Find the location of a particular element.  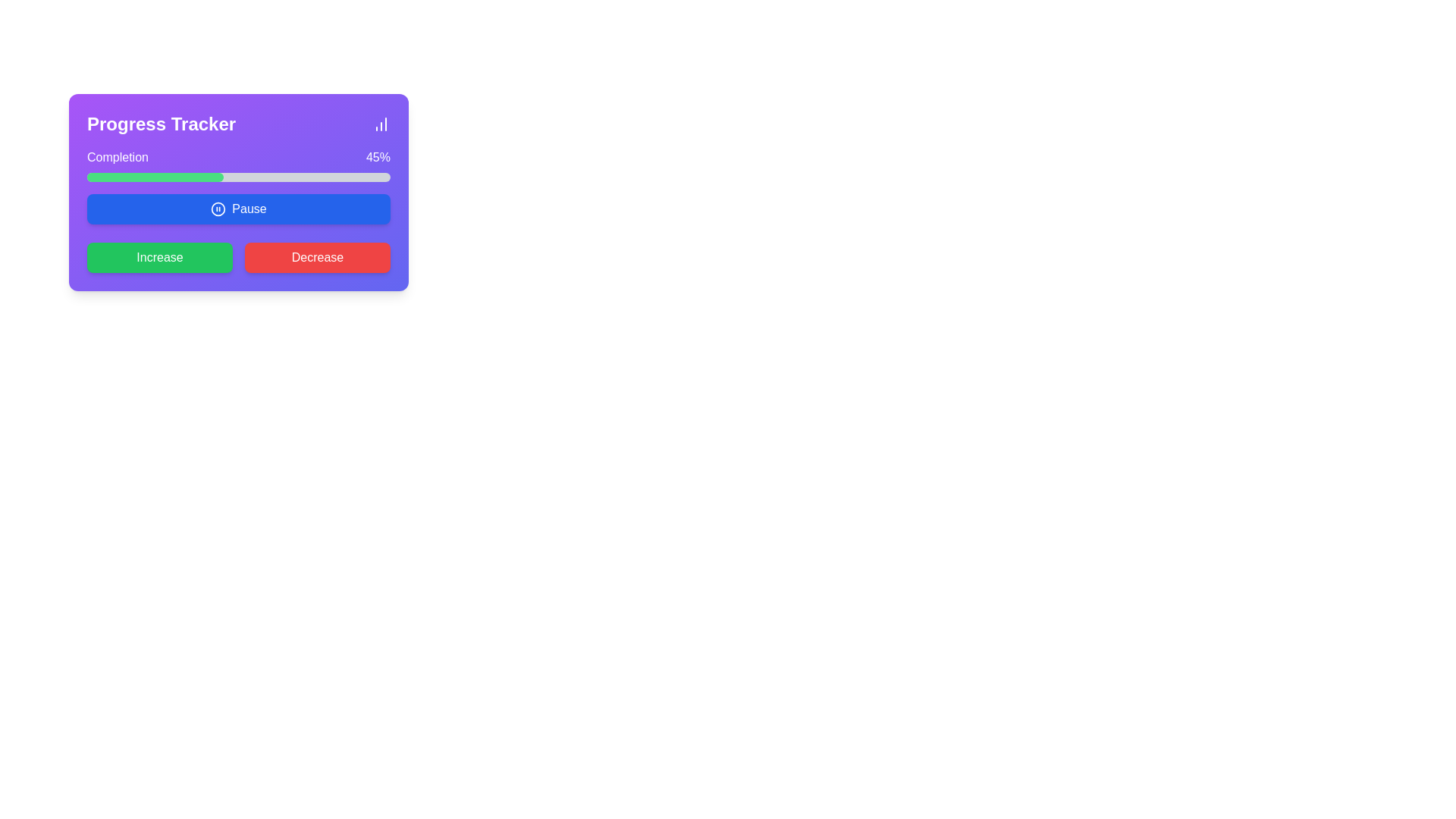

the 'Pause' button by clicking on its icon, which is located to the left of the text within the button is located at coordinates (218, 209).